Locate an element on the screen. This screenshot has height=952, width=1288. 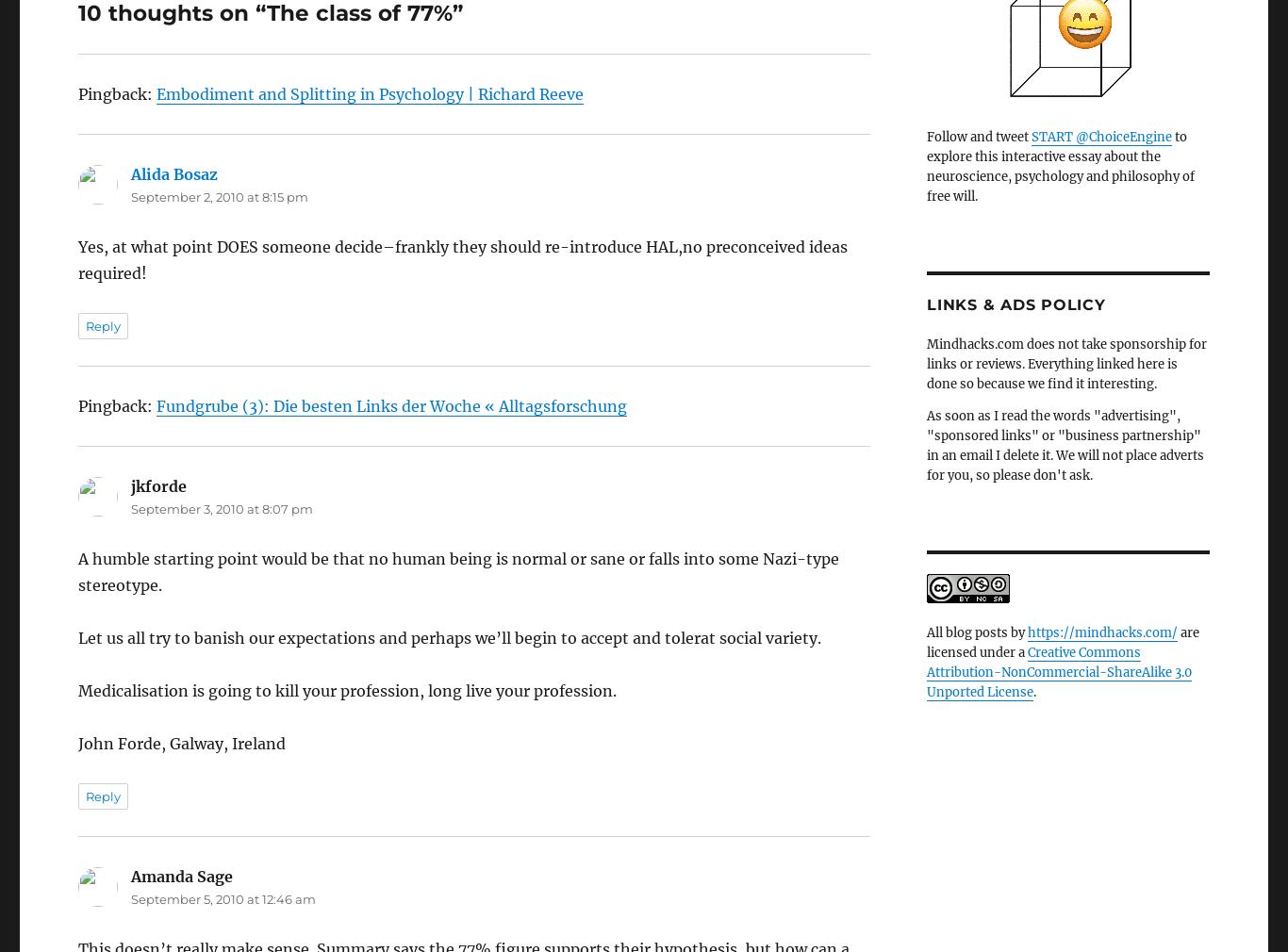
'As soon as I read the words "advertising", "sponsored links" or "business partnership" in an email I delete it. We will not place adverts for you, so please don't ask.' is located at coordinates (1064, 445).